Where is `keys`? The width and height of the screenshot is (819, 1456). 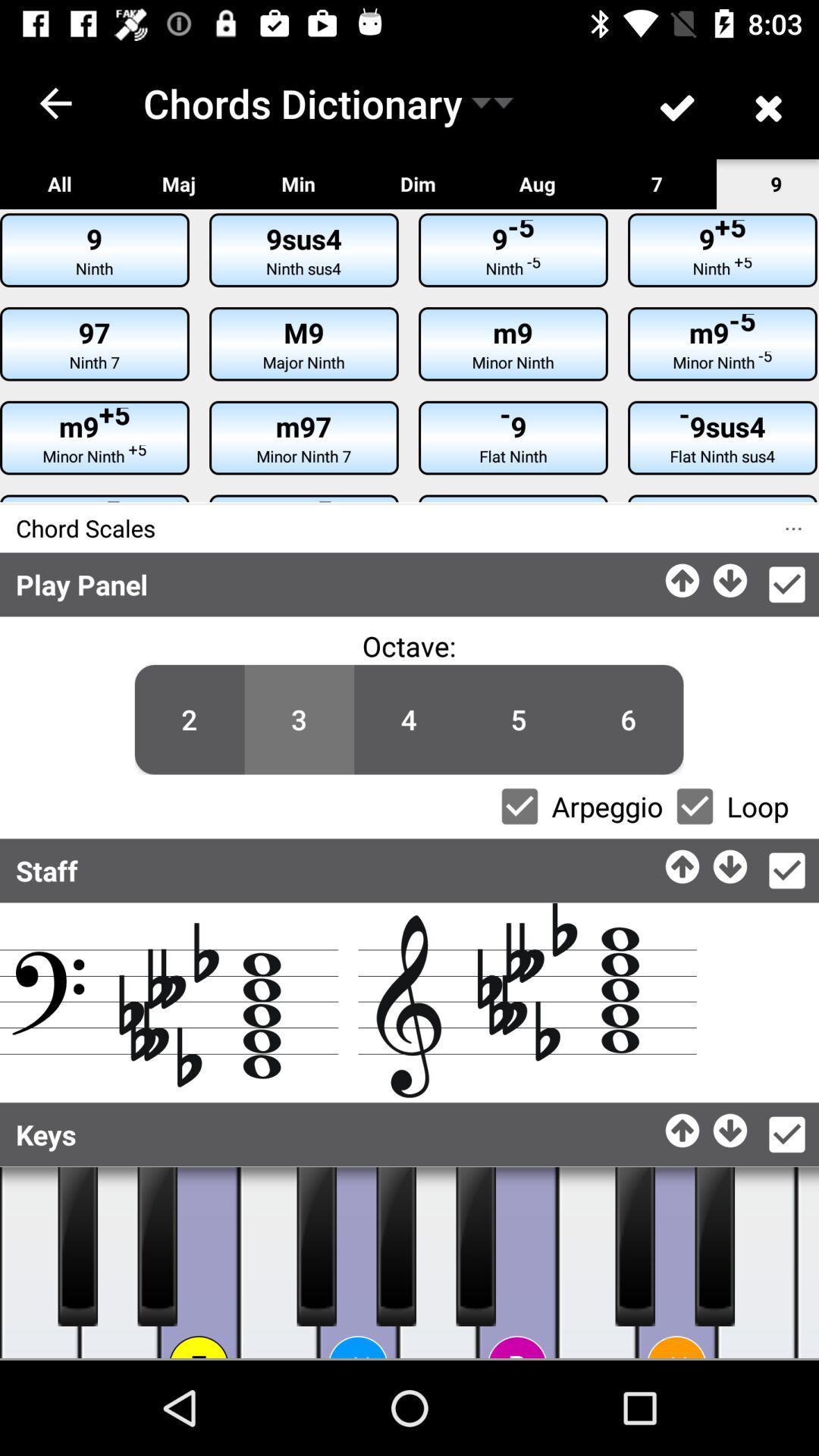 keys is located at coordinates (39, 1263).